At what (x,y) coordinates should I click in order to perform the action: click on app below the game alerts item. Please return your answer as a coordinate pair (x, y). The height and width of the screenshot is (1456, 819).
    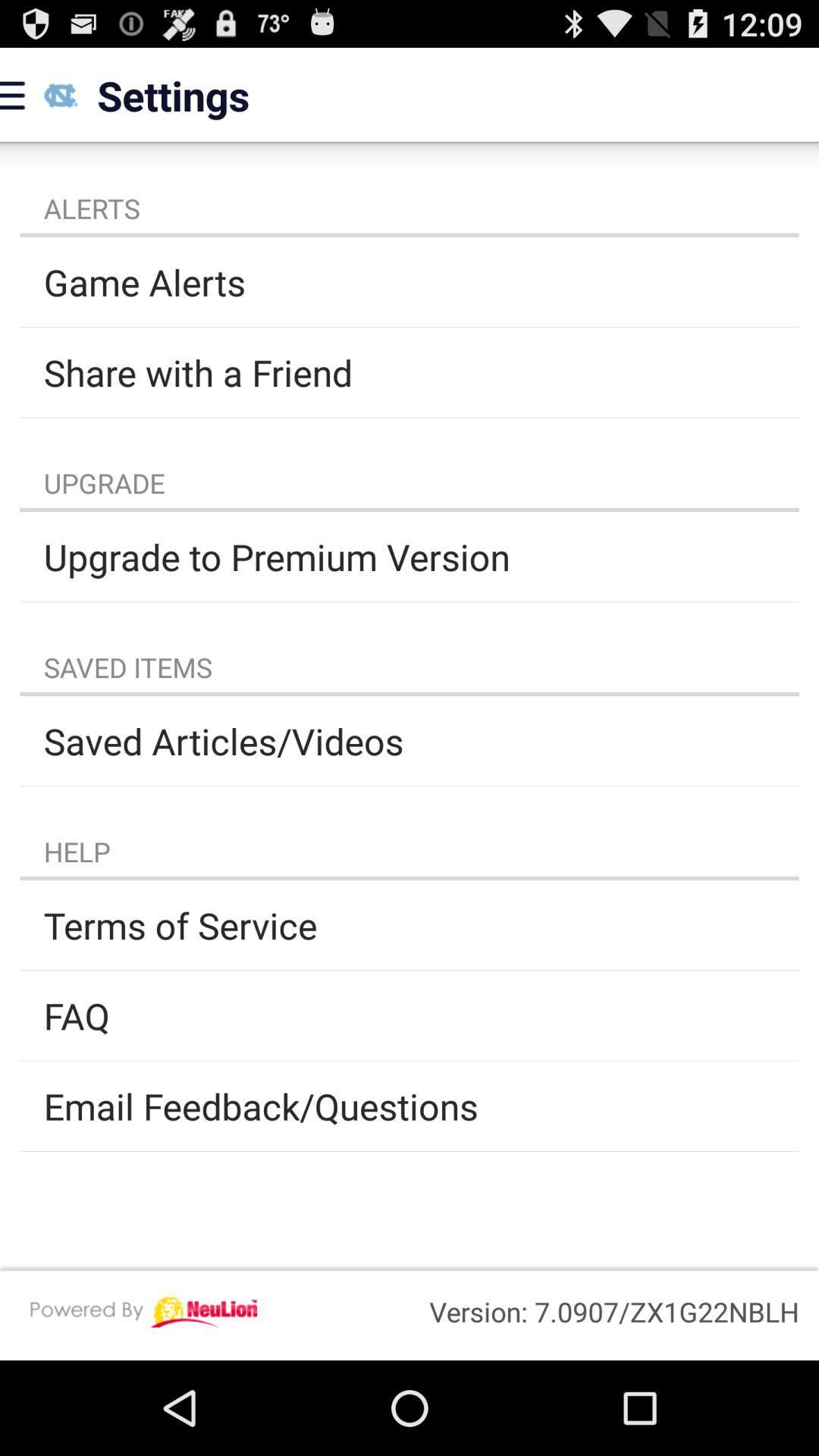
    Looking at the image, I should click on (409, 372).